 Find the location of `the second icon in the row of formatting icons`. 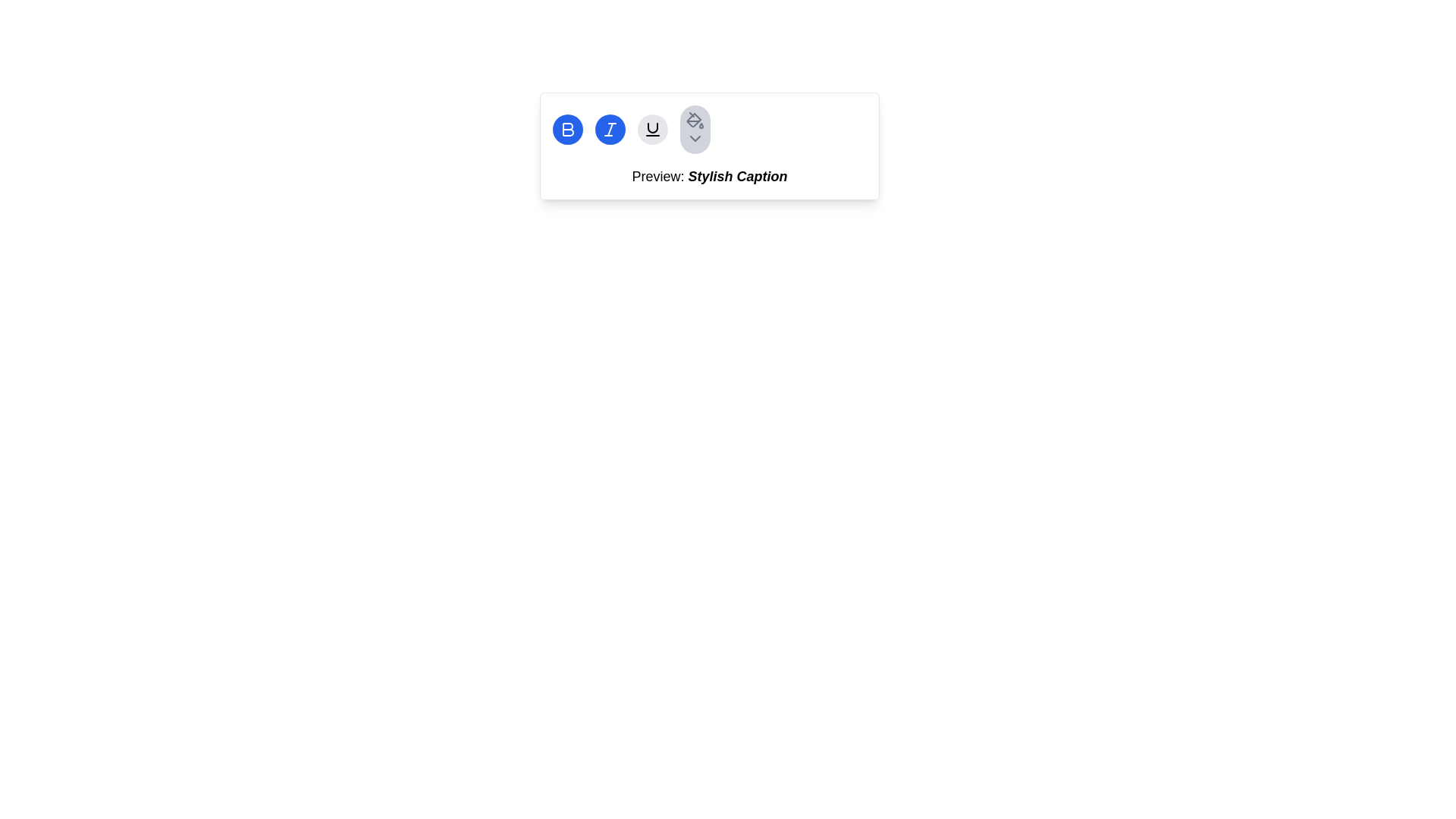

the second icon in the row of formatting icons is located at coordinates (610, 128).